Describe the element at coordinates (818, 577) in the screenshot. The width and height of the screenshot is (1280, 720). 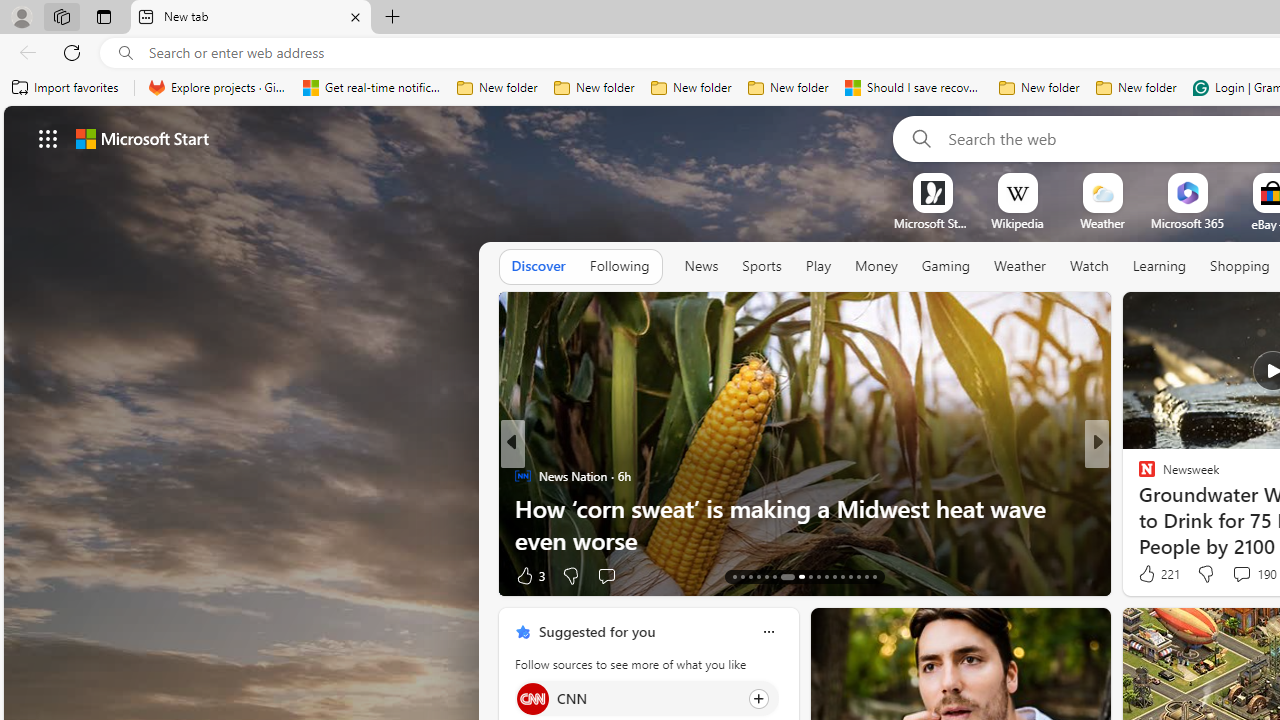
I see `'AutomationID: tab-22'` at that location.